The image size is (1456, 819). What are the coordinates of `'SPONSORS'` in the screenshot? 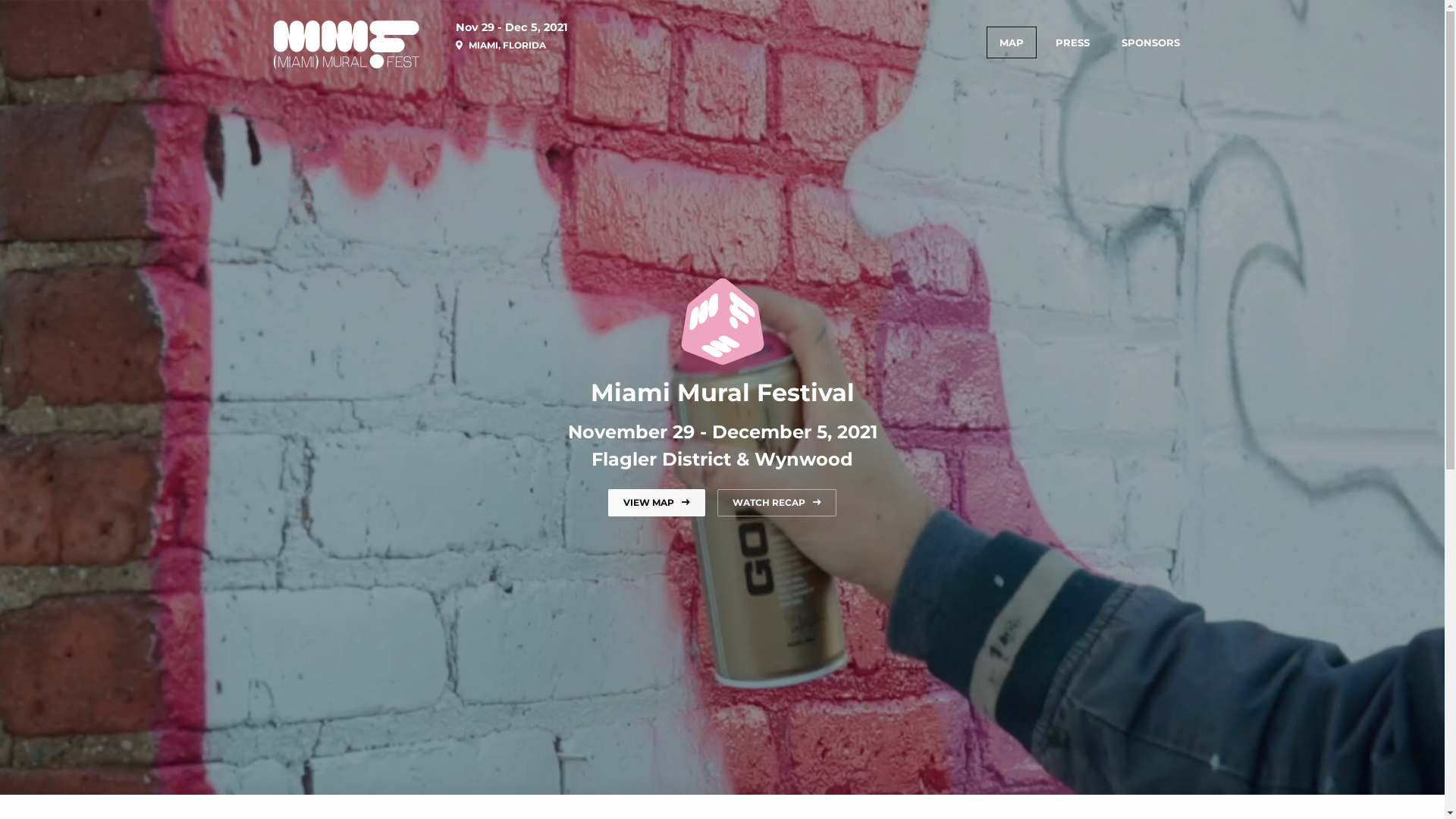 It's located at (1150, 42).